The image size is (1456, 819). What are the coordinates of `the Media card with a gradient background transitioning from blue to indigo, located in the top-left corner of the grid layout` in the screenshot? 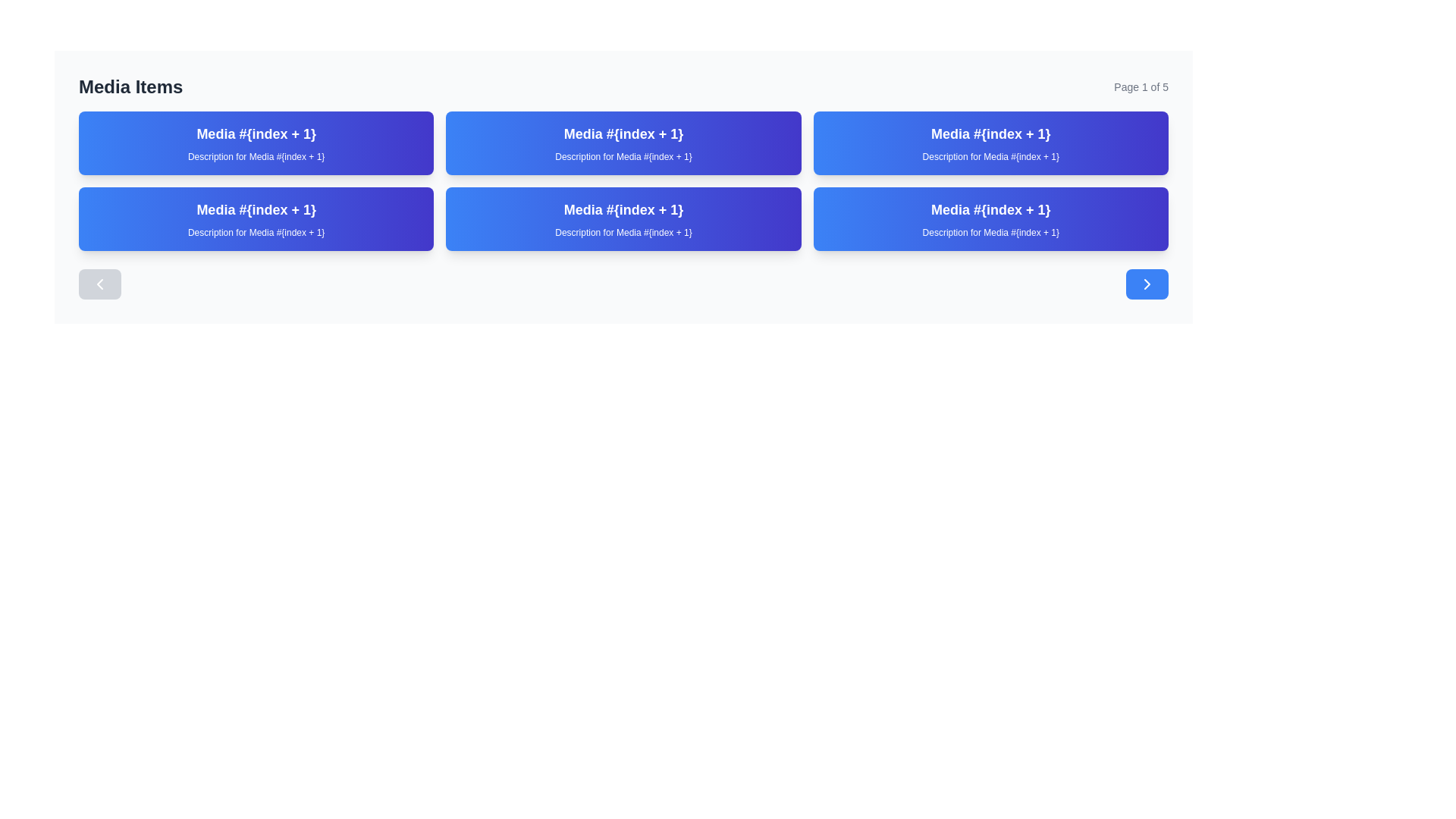 It's located at (256, 143).